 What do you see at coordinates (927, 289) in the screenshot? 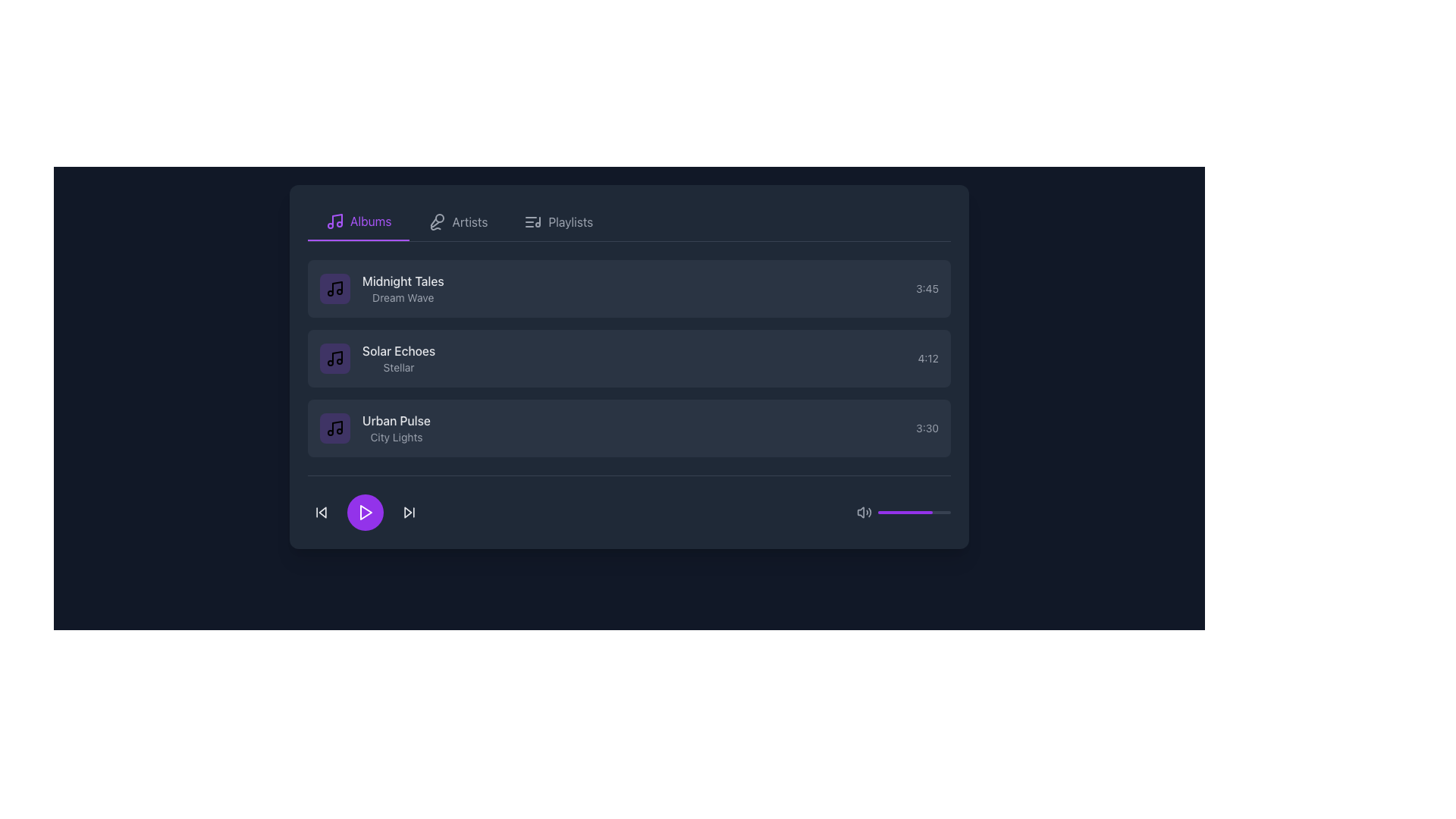
I see `the text label displaying the value '3:45', which is styled in gray and located to the far right of the first track item in the playlist` at bounding box center [927, 289].